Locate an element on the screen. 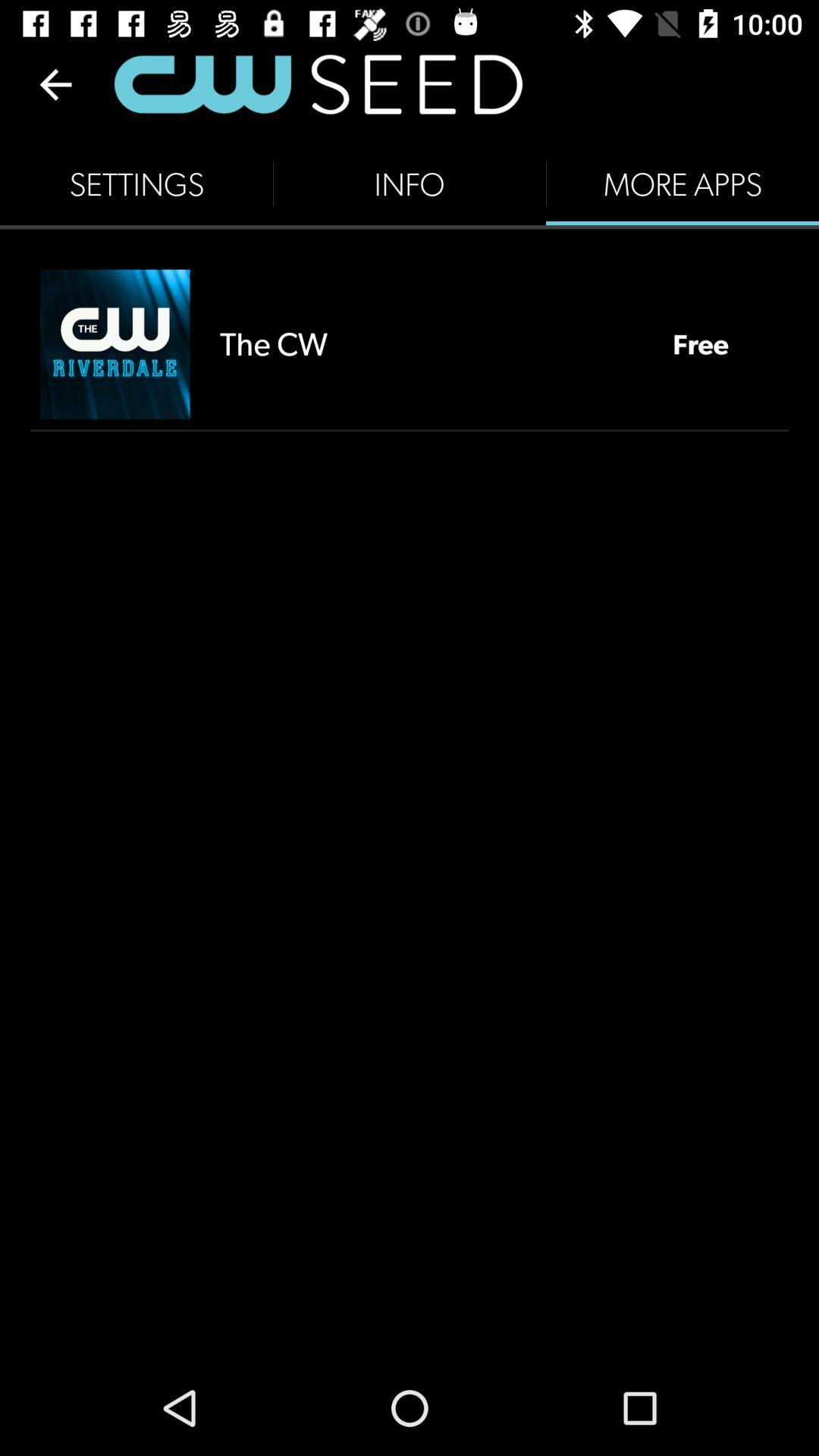  the icon to the right of the settings is located at coordinates (409, 184).